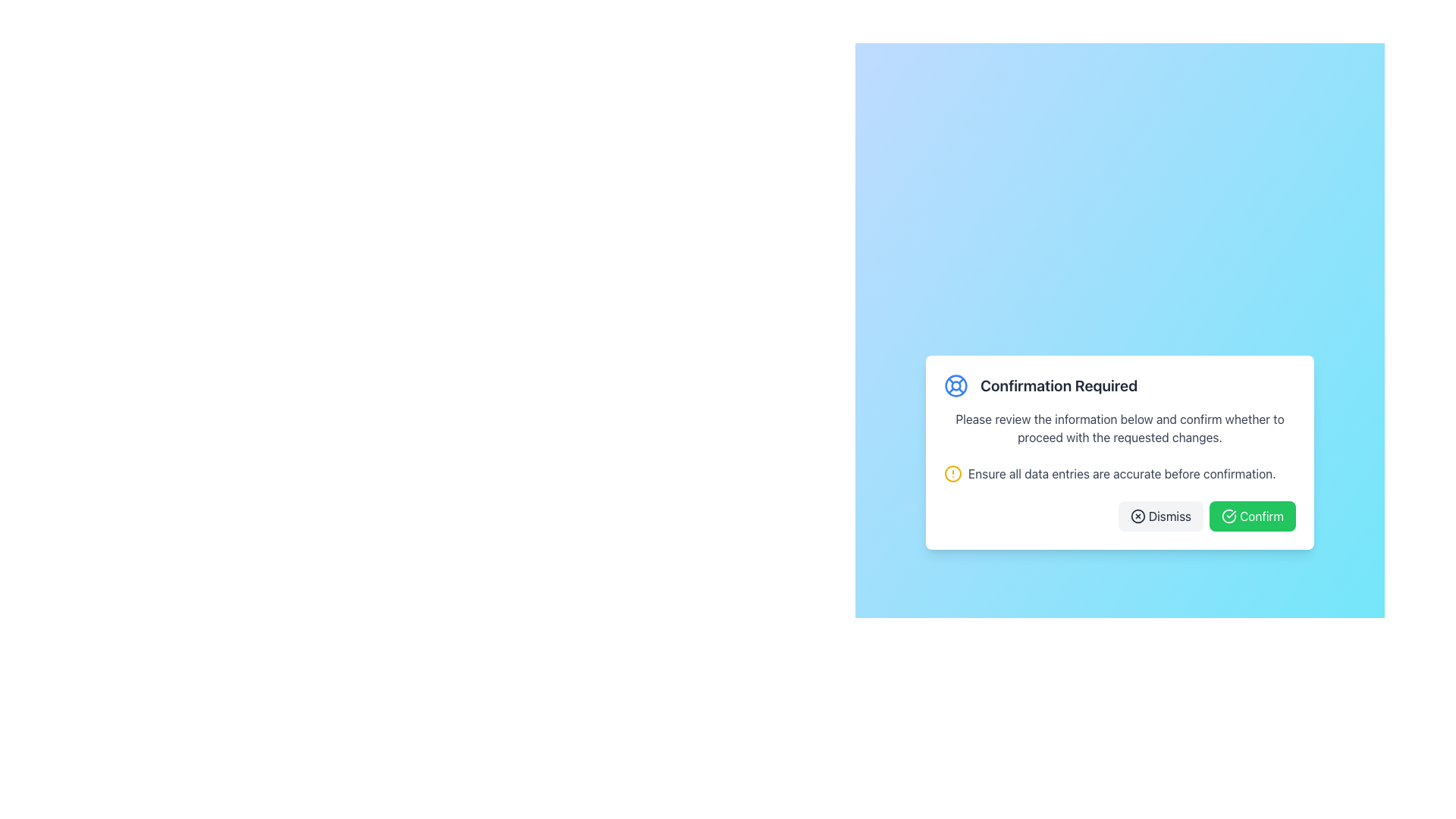 This screenshot has width=1456, height=819. What do you see at coordinates (952, 472) in the screenshot?
I see `the warning symbol icon, which is a yellow circular alert graphic located to the left of the instructional text 'Ensure all data entries are accurate before confirmation.'` at bounding box center [952, 472].